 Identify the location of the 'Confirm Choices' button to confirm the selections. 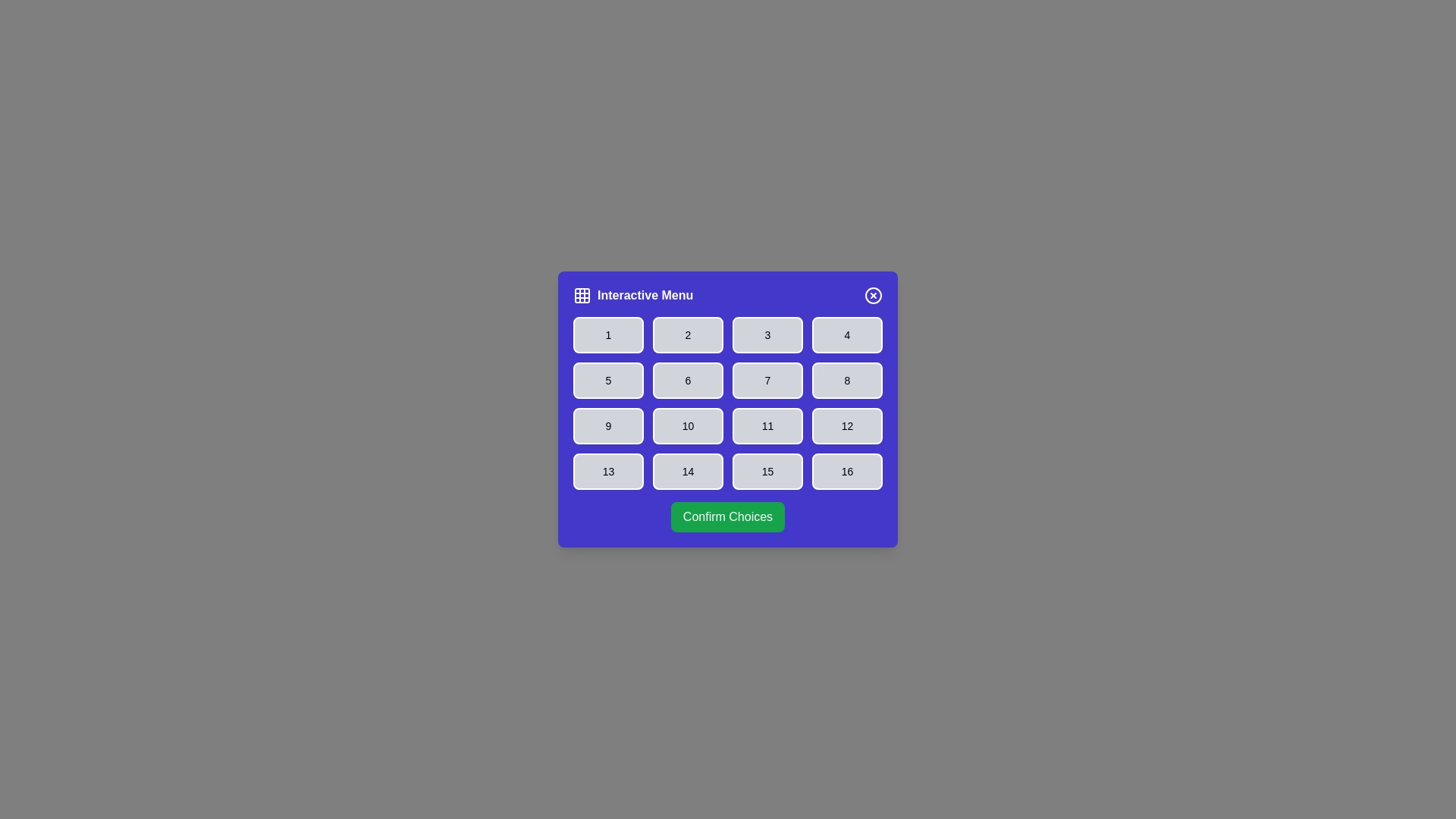
(728, 516).